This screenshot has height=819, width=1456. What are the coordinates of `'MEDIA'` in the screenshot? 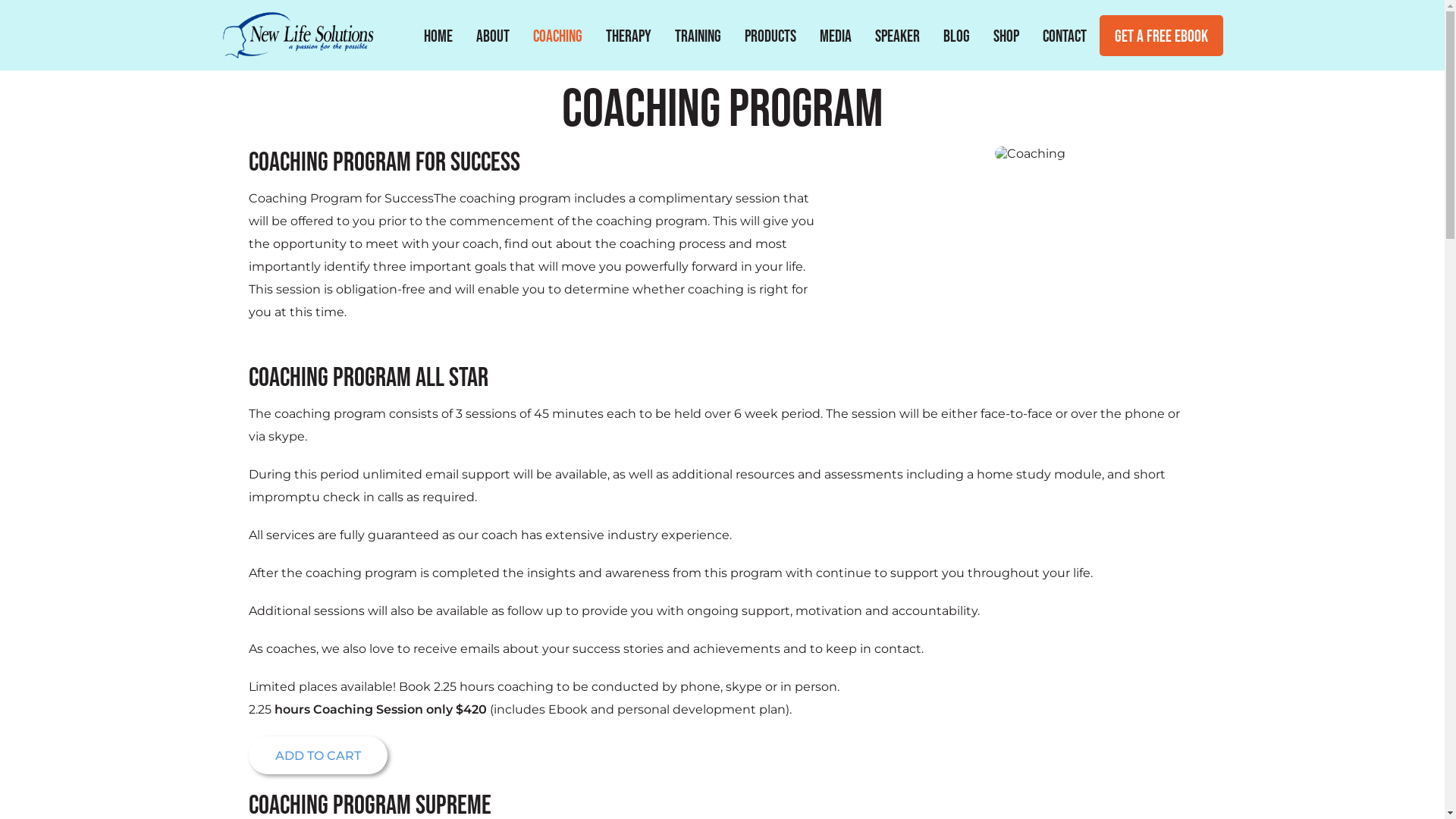 It's located at (835, 34).